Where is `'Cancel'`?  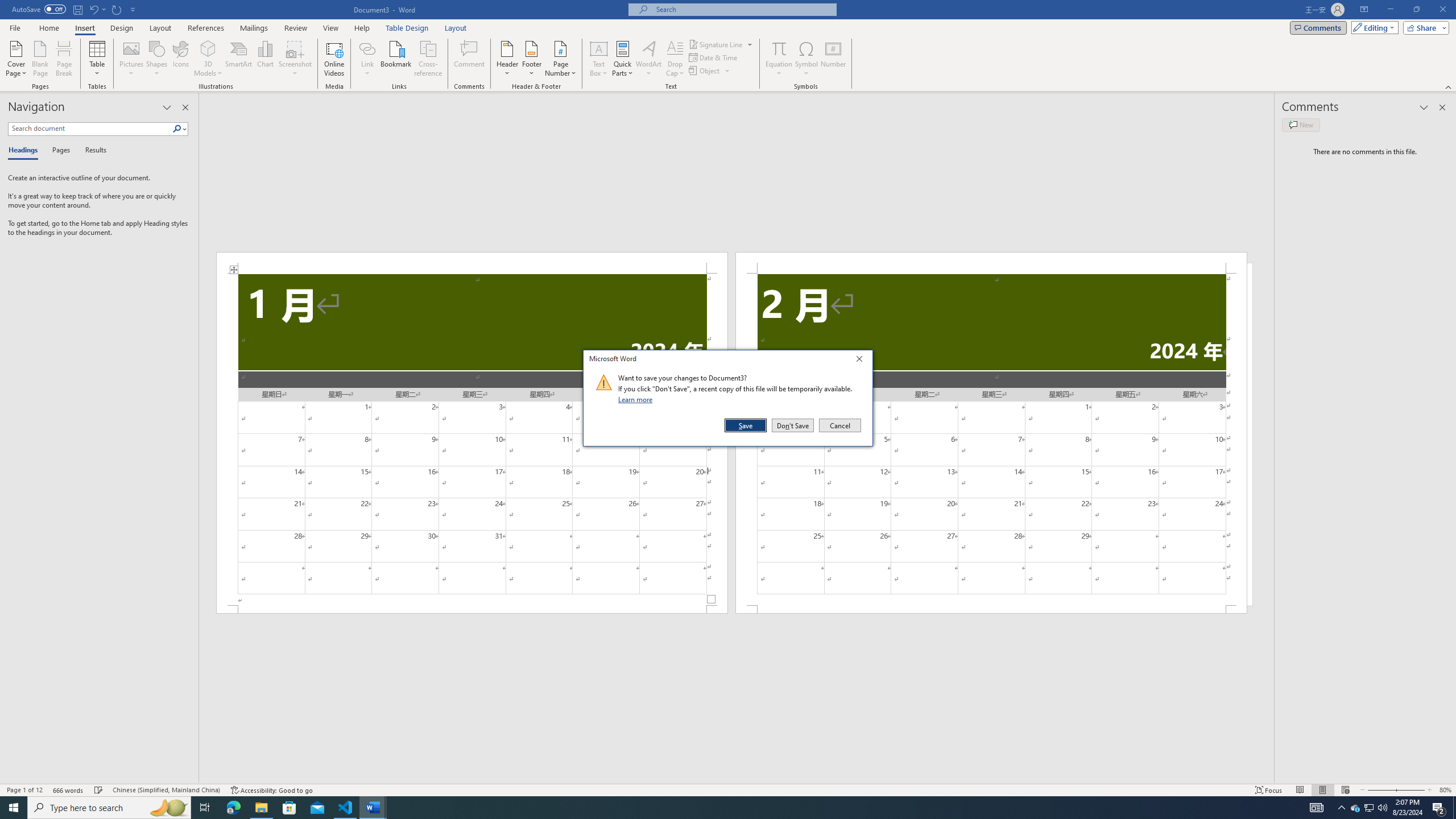
'Cancel' is located at coordinates (839, 425).